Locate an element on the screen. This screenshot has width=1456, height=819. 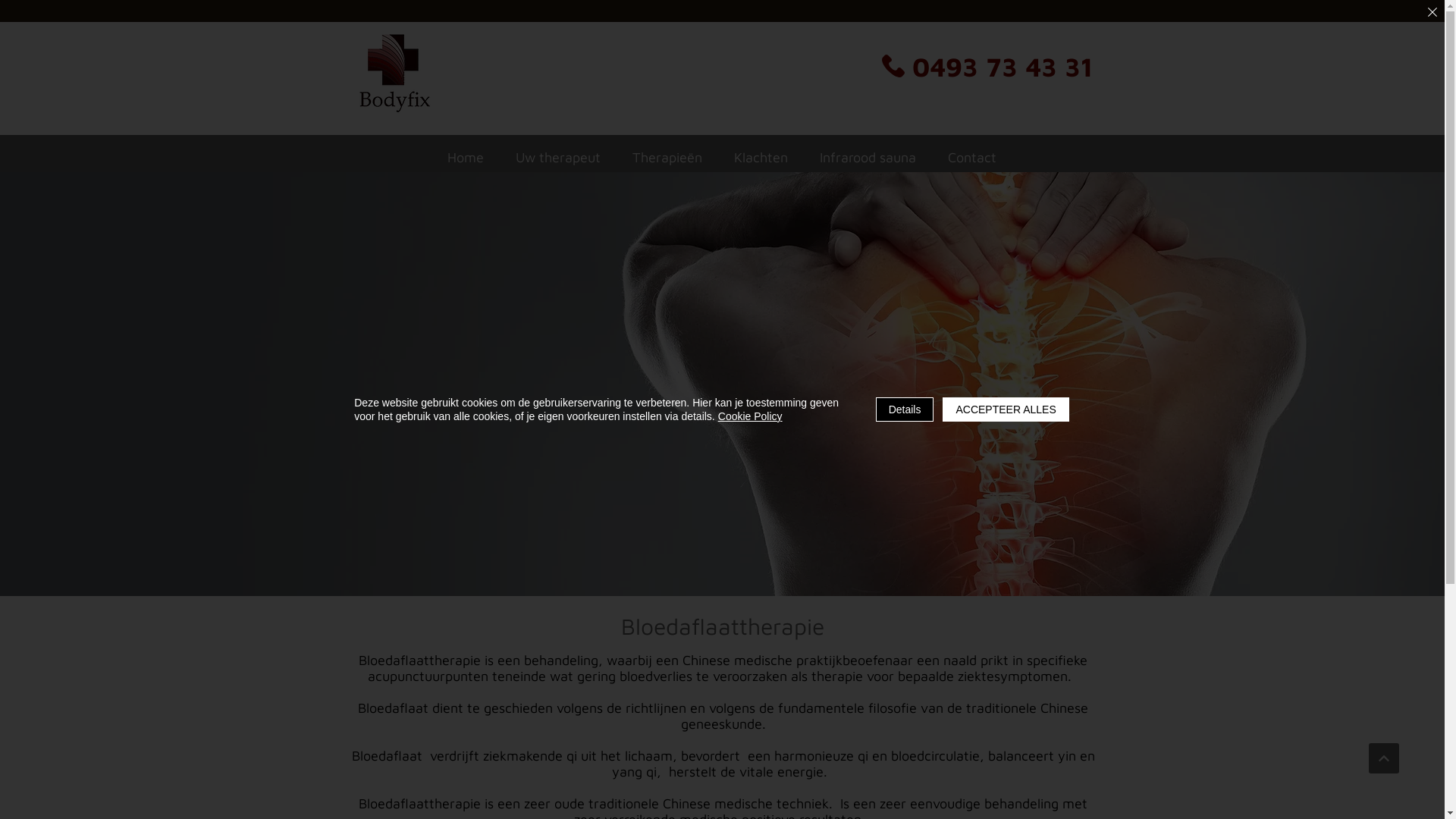
'Infrarood sauna' is located at coordinates (806, 157).